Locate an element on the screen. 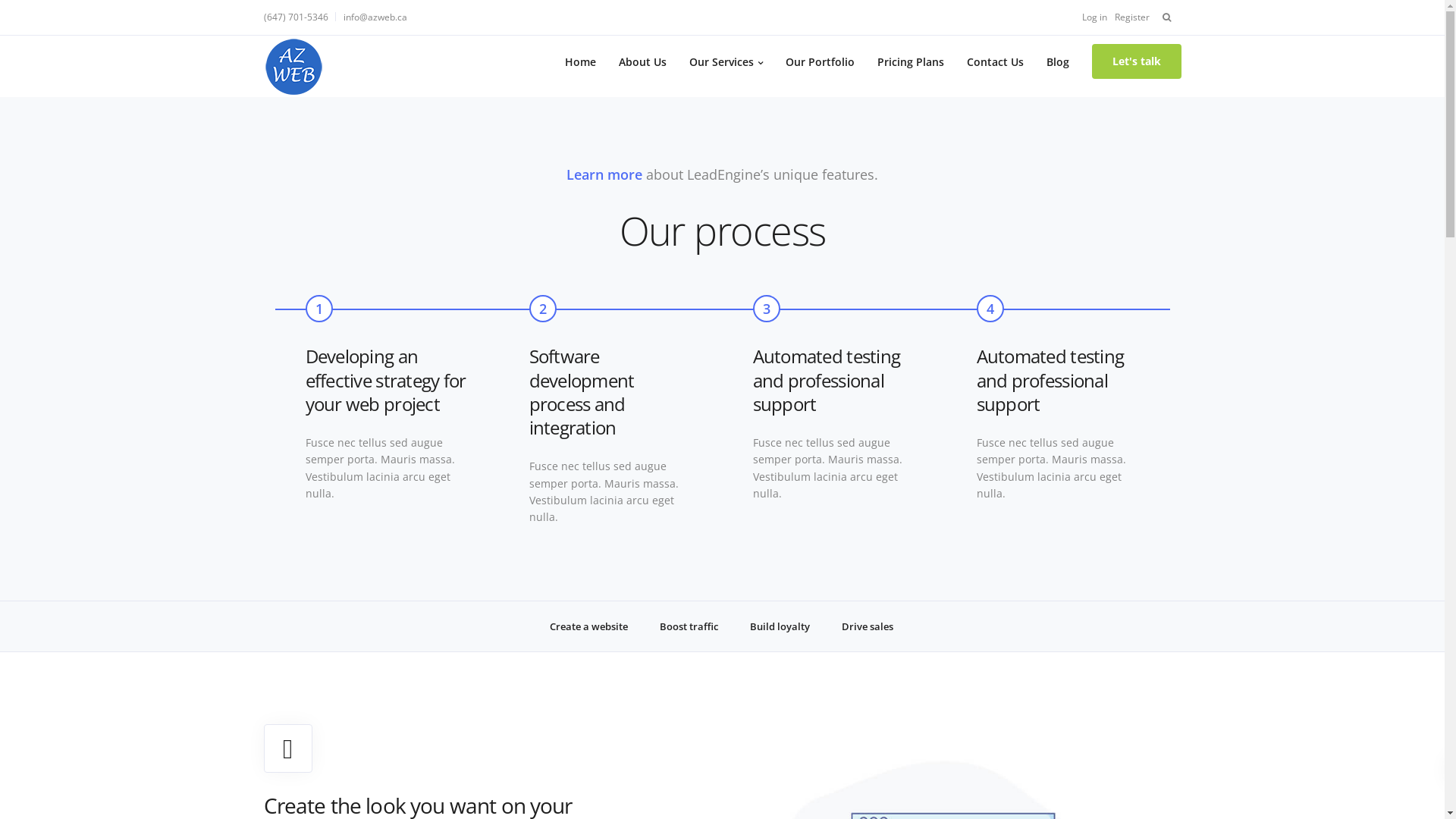 The width and height of the screenshot is (1456, 819). '(647) 701-5346' is located at coordinates (263, 17).